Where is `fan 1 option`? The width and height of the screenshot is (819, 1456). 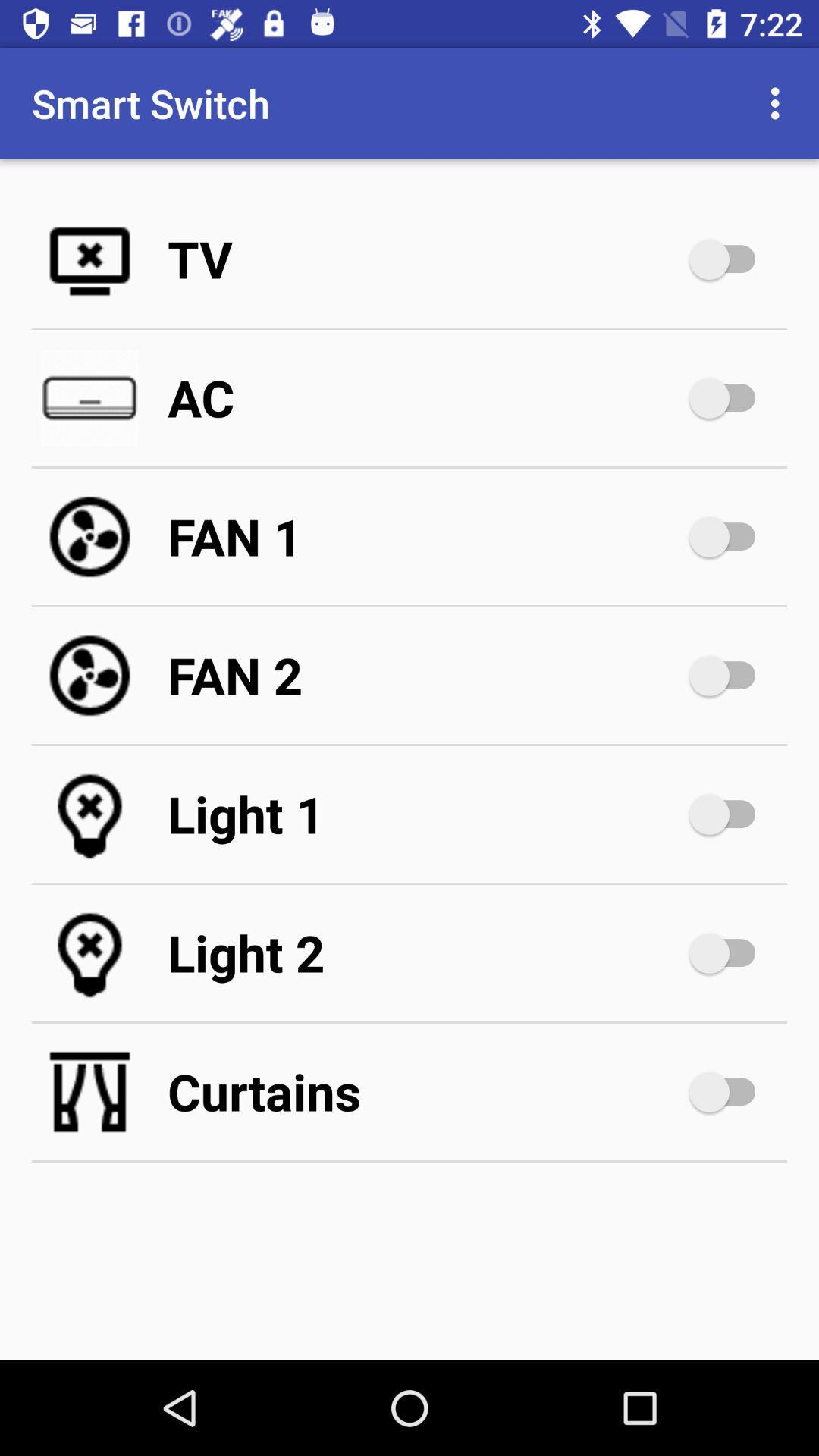
fan 1 option is located at coordinates (729, 537).